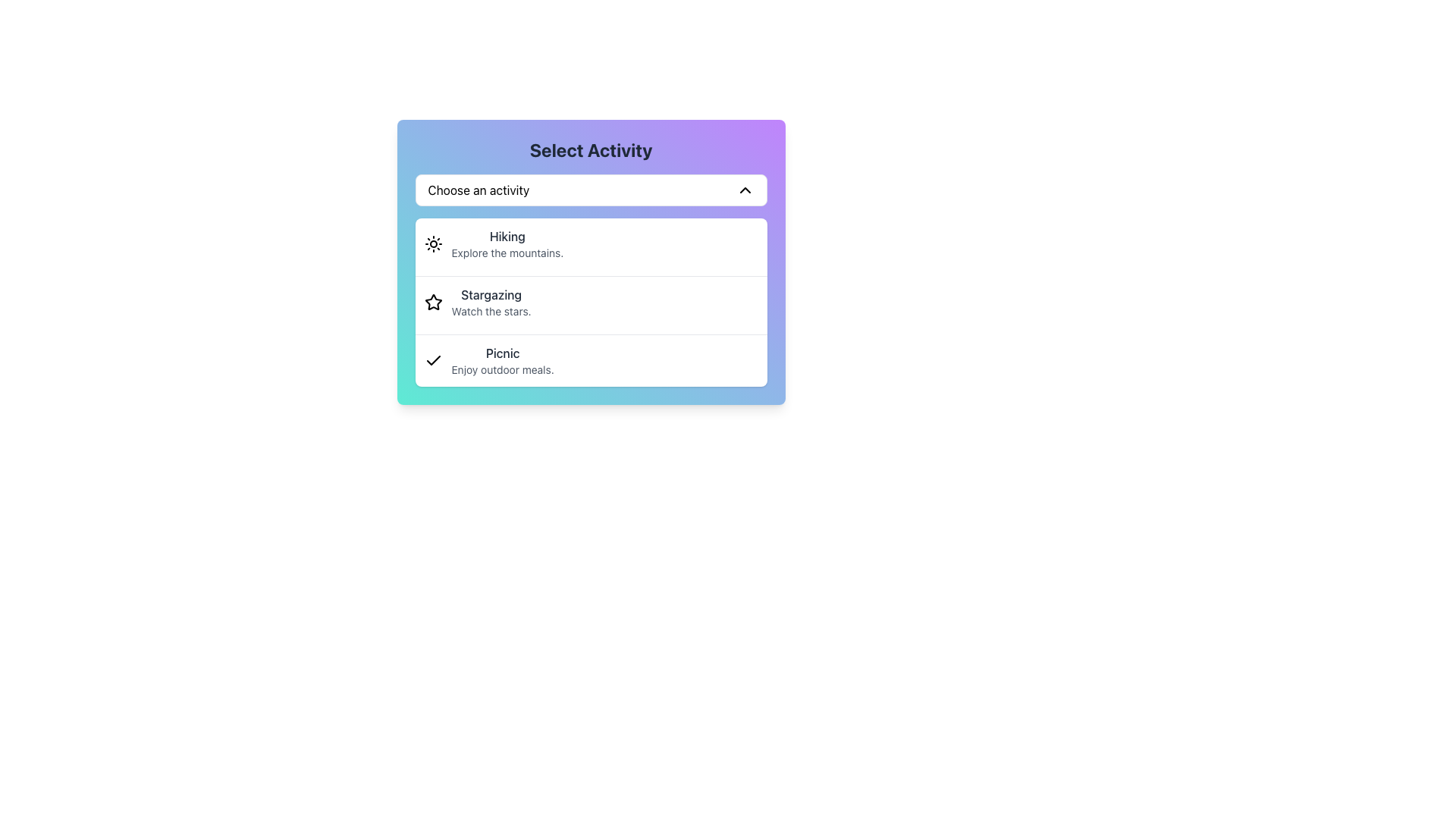  Describe the element at coordinates (478, 189) in the screenshot. I see `the Text Label that serves as the title for the dropdown menu, which is located slightly left of the center within the white rectangle at the top of the dropdown menu` at that location.